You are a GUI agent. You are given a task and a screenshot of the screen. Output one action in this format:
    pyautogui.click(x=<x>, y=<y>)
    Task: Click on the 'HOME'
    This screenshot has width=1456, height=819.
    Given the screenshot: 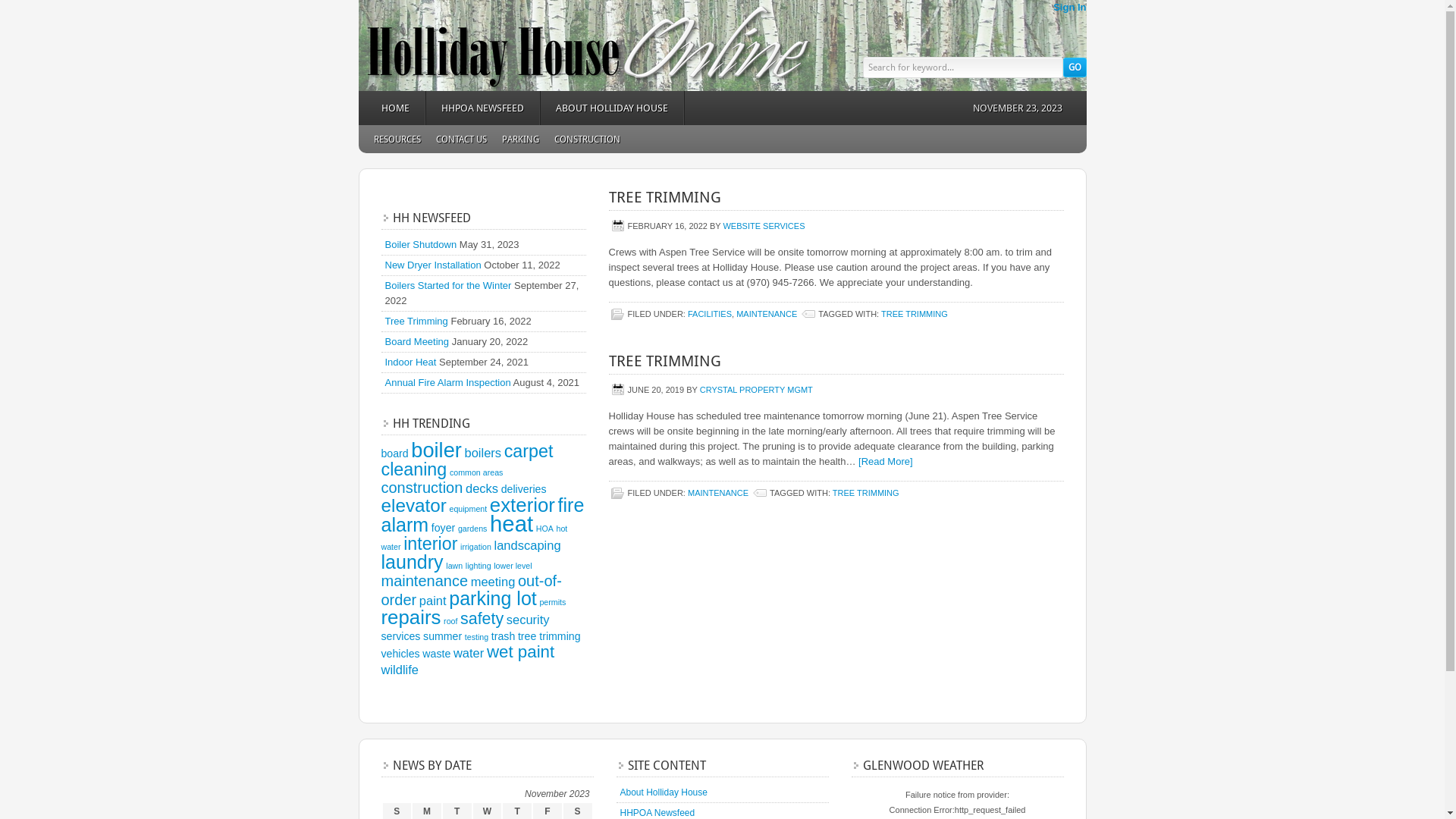 What is the action you would take?
    pyautogui.click(x=395, y=107)
    